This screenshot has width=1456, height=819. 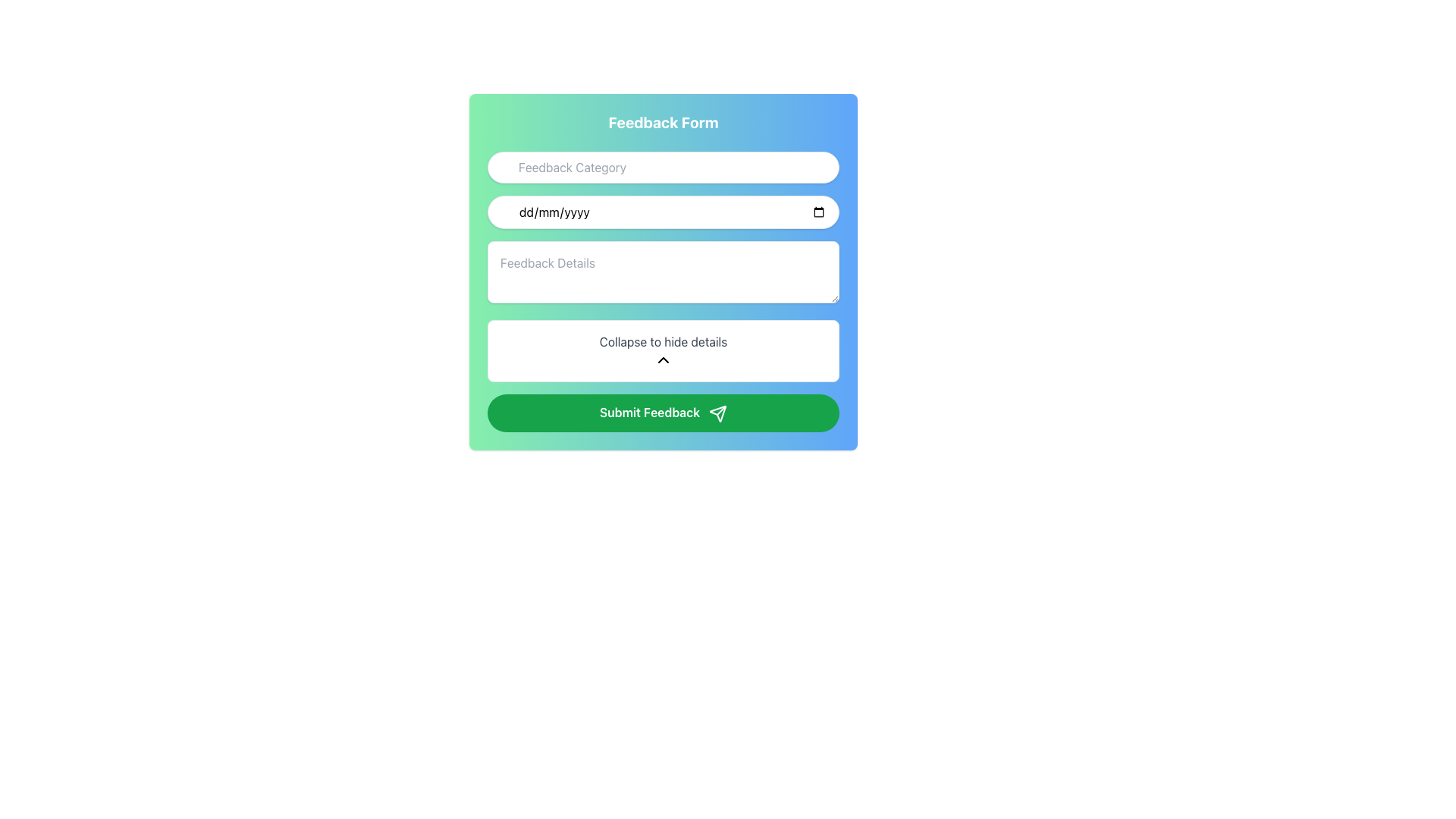 What do you see at coordinates (717, 413) in the screenshot?
I see `the decorative icon located to the right of the 'Submit Feedback' button, which visually complements the button and implies an action of sending or submitting` at bounding box center [717, 413].